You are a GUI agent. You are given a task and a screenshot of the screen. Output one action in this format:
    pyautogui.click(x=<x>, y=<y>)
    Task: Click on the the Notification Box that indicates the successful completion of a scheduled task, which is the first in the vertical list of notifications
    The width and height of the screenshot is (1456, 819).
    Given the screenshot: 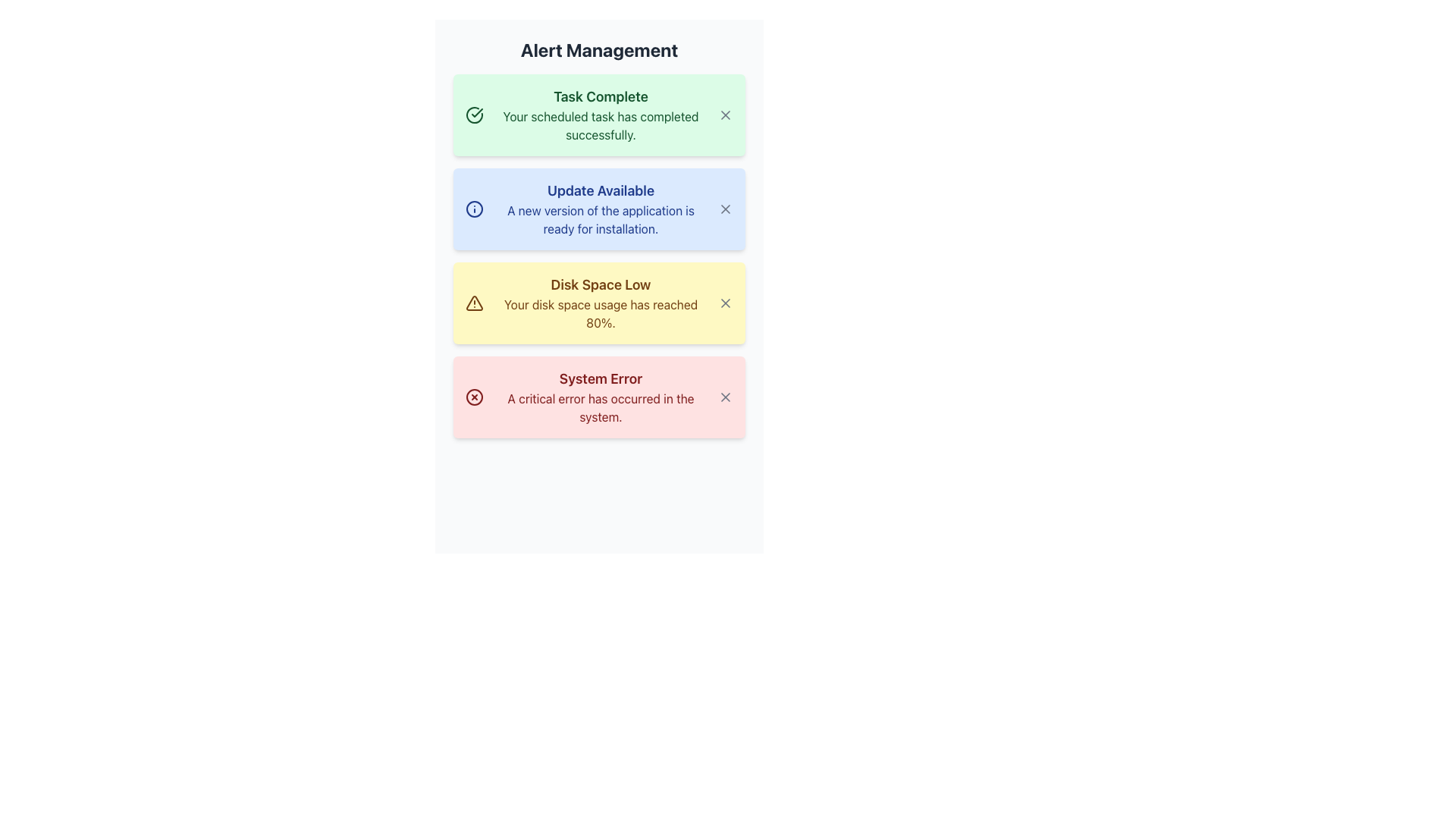 What is the action you would take?
    pyautogui.click(x=598, y=114)
    